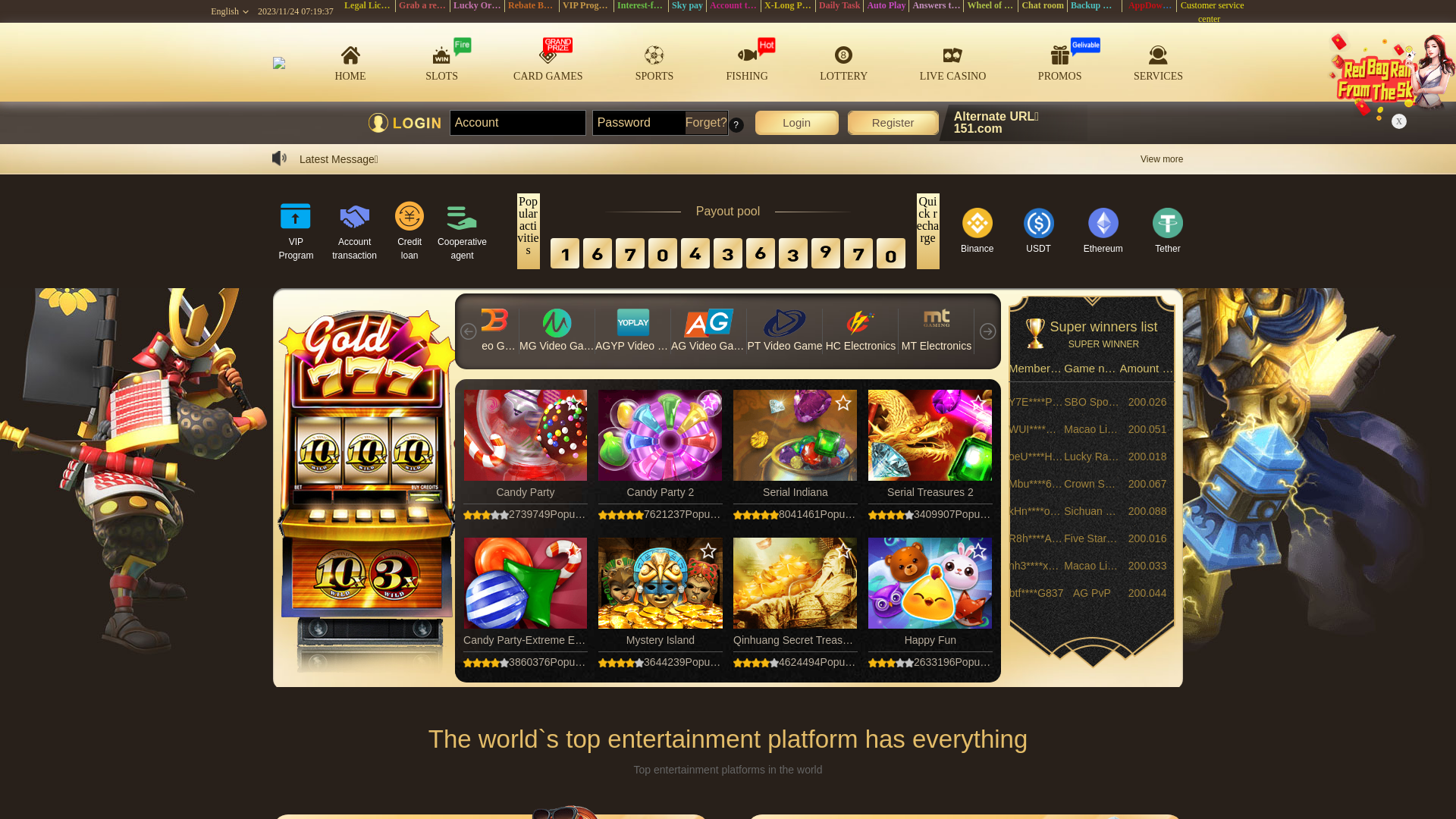 The image size is (1456, 819). What do you see at coordinates (1140, 158) in the screenshot?
I see `'View more'` at bounding box center [1140, 158].